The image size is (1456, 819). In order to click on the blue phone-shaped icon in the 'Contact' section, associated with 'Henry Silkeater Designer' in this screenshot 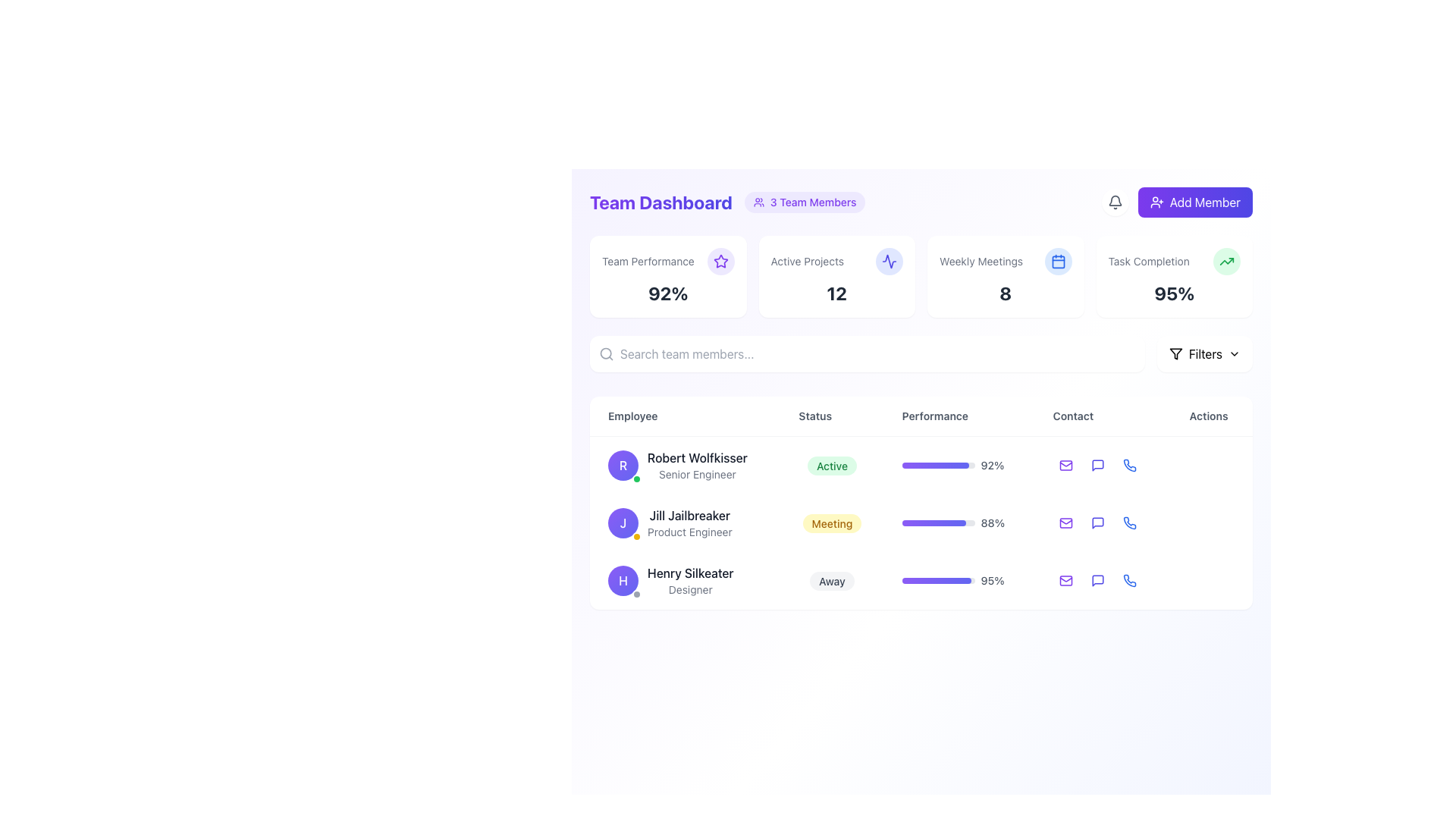, I will do `click(1129, 522)`.